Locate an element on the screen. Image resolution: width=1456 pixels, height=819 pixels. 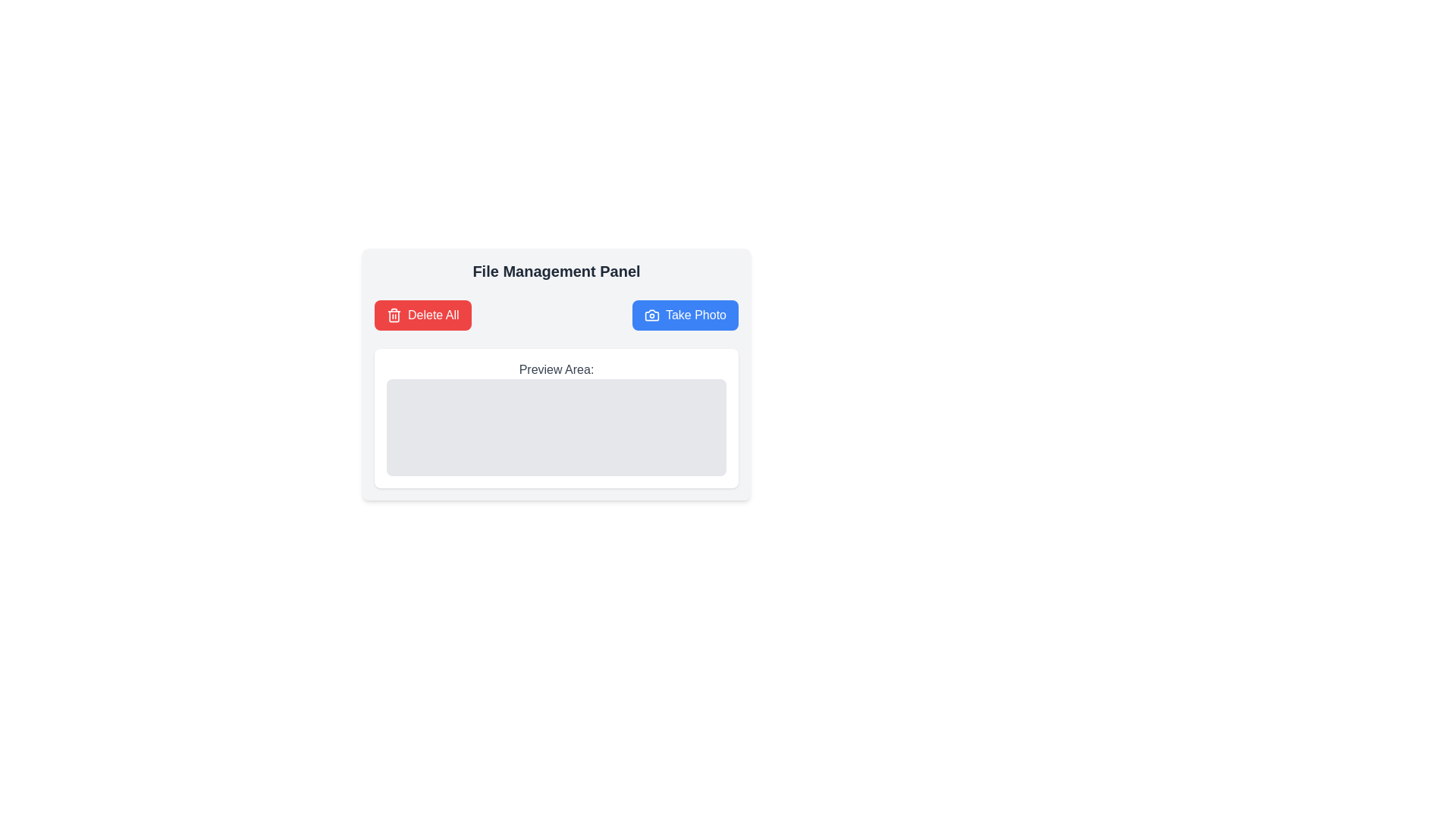
the camera icon located inside the blue 'Take Photo' button at the top-right corner of the interface panel is located at coordinates (651, 315).